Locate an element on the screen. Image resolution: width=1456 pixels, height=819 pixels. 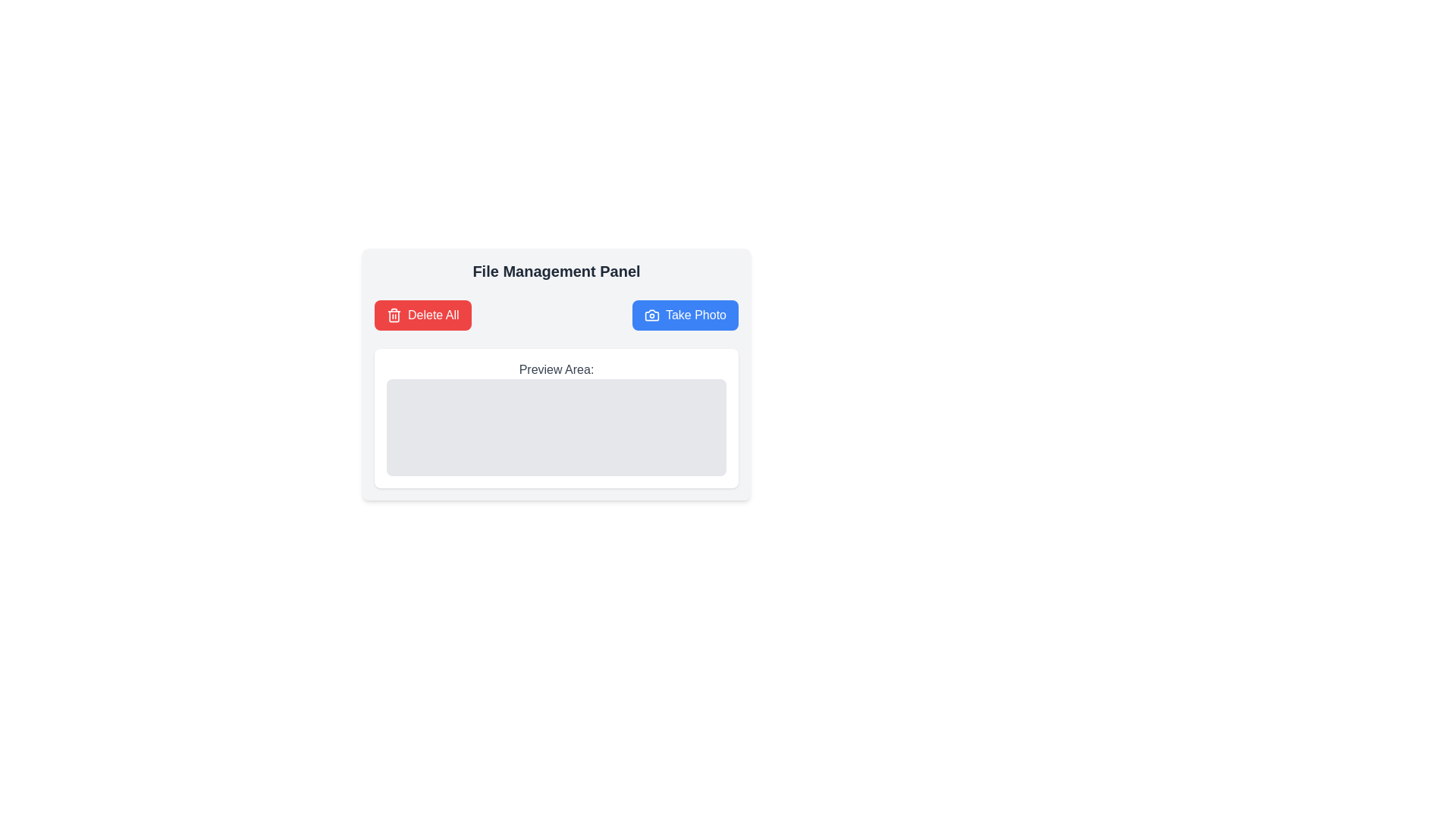
the camera icon located inside the blue 'Take Photo' button at the top-right corner of the interface panel is located at coordinates (651, 315).